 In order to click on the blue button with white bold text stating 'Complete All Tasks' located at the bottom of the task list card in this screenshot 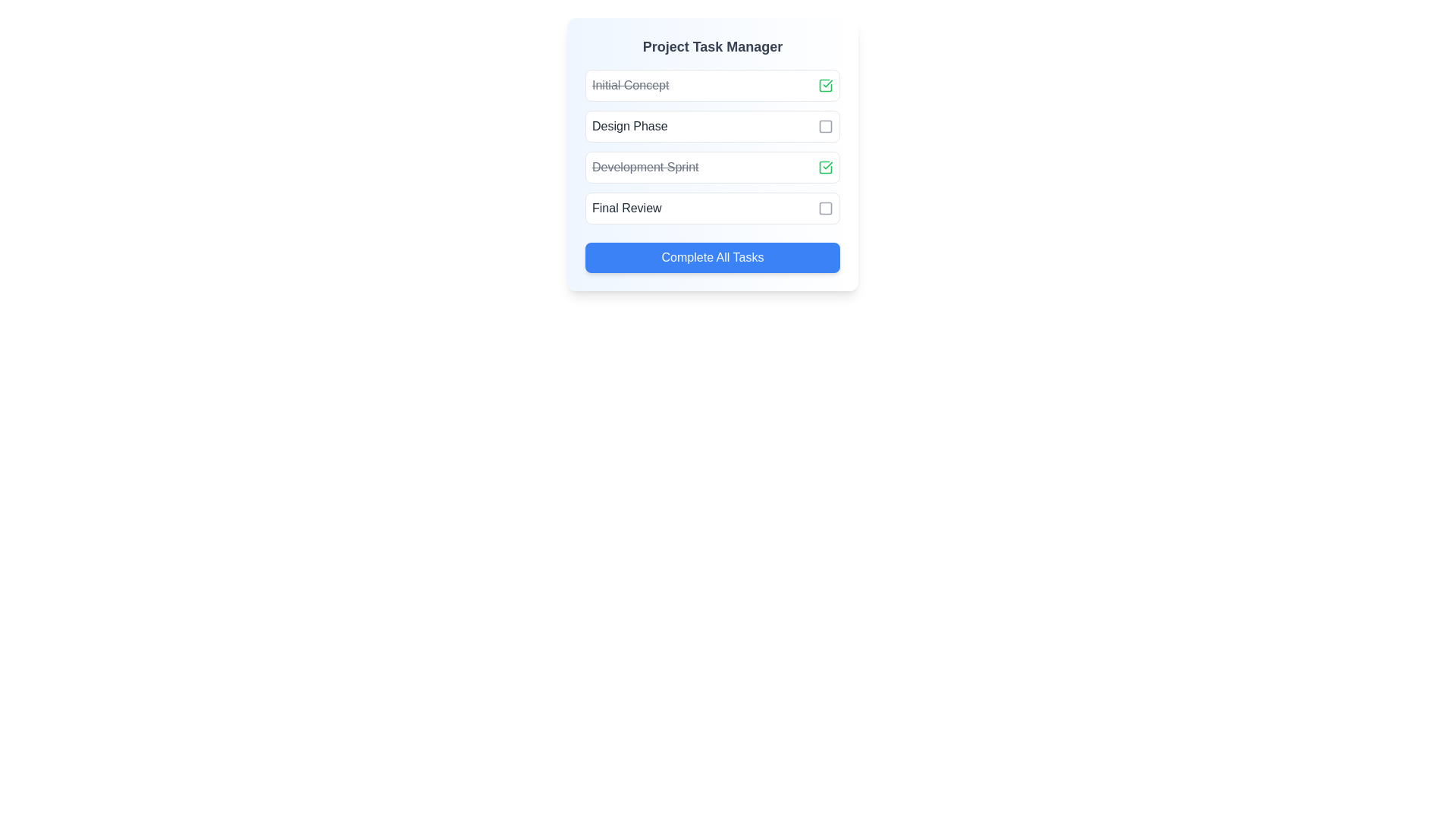, I will do `click(712, 256)`.